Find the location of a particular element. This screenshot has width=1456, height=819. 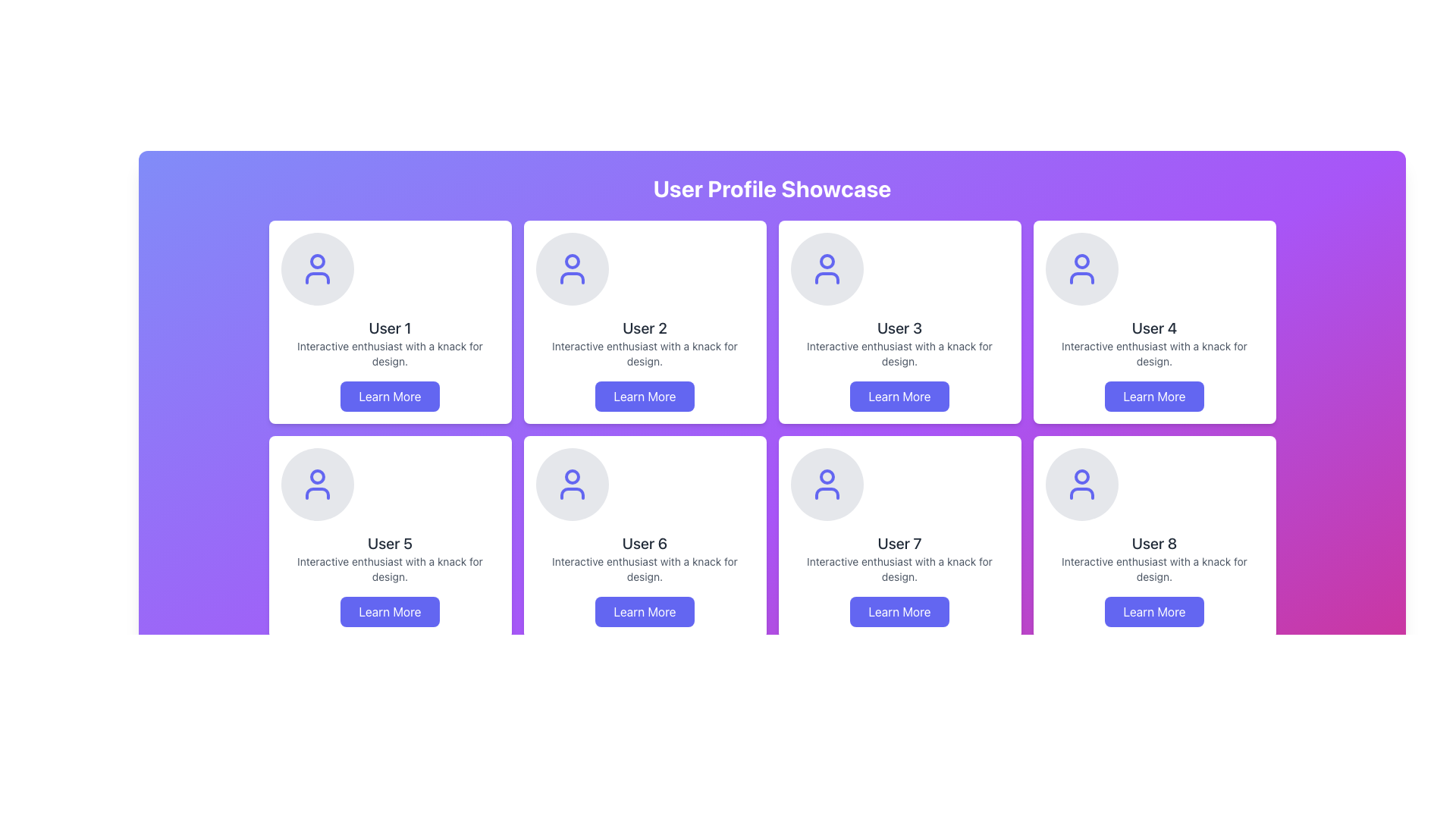

the Card UI element that introduces 'User 5', located in the second row and first column of the grid layout is located at coordinates (390, 537).